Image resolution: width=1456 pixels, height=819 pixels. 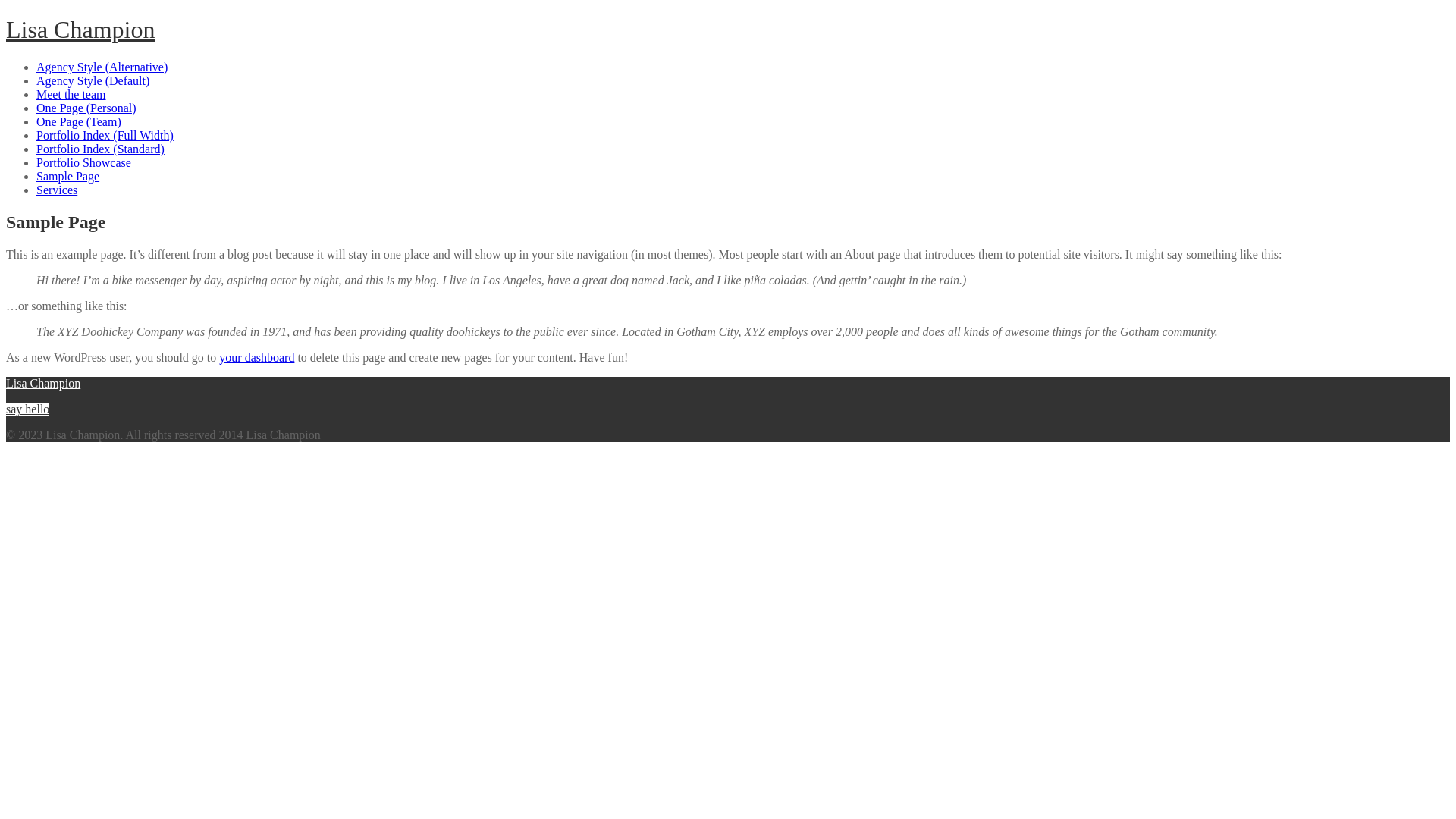 What do you see at coordinates (71, 94) in the screenshot?
I see `'Meet the team'` at bounding box center [71, 94].